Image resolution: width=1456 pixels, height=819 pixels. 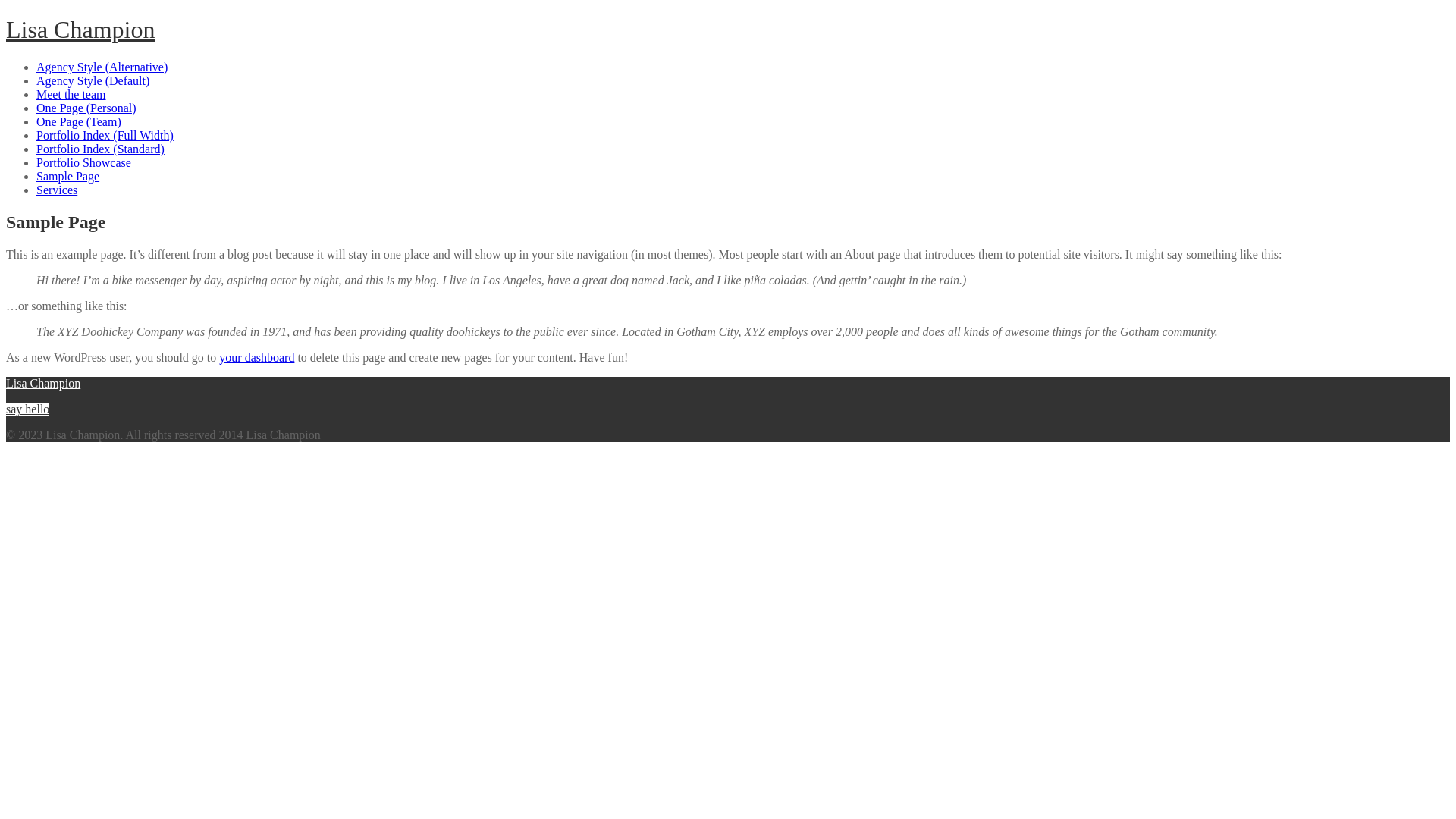 What do you see at coordinates (71, 94) in the screenshot?
I see `'Meet the team'` at bounding box center [71, 94].